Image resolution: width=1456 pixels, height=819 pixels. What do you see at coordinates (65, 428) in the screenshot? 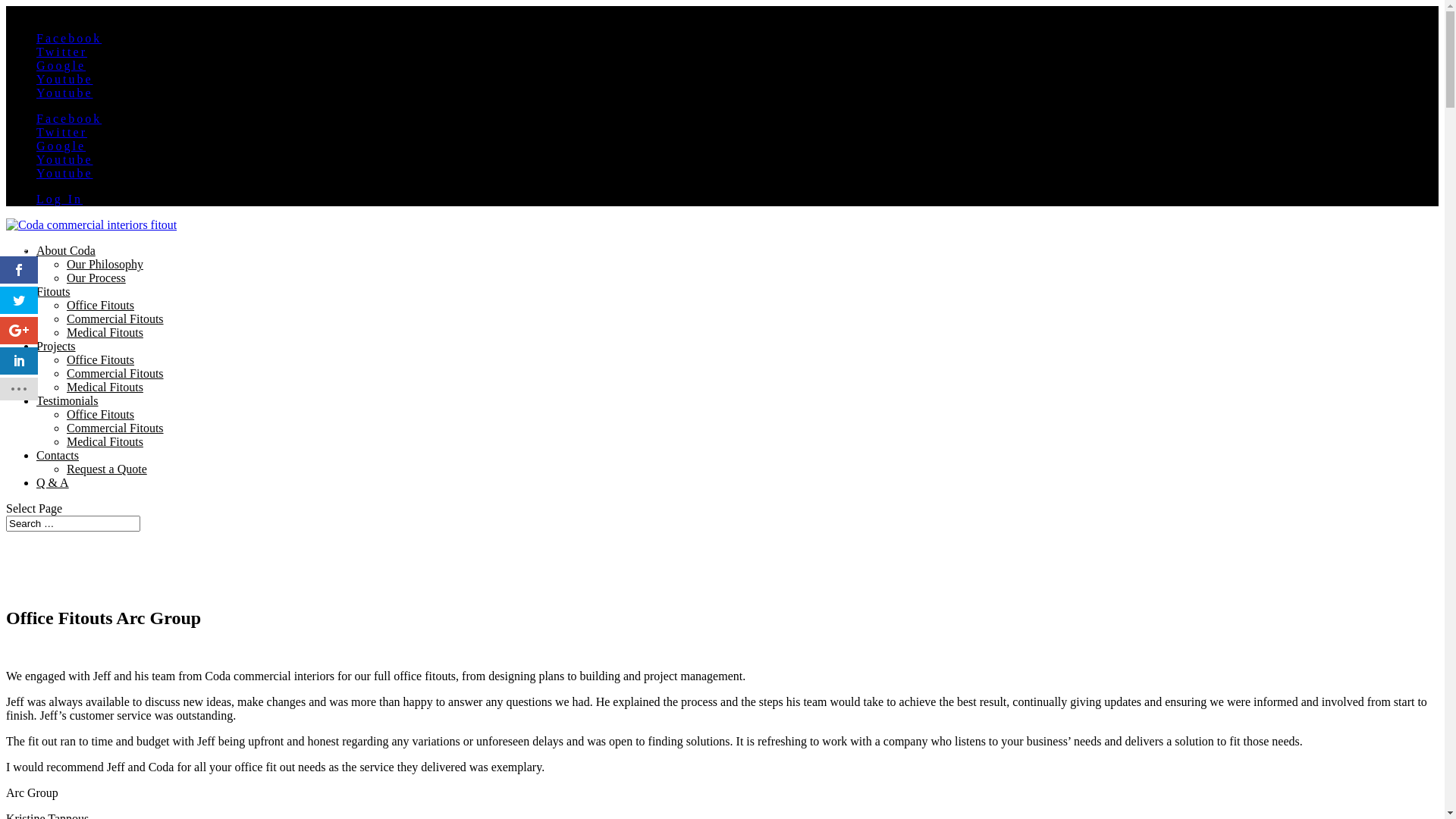
I see `'Commercial Fitouts'` at bounding box center [65, 428].